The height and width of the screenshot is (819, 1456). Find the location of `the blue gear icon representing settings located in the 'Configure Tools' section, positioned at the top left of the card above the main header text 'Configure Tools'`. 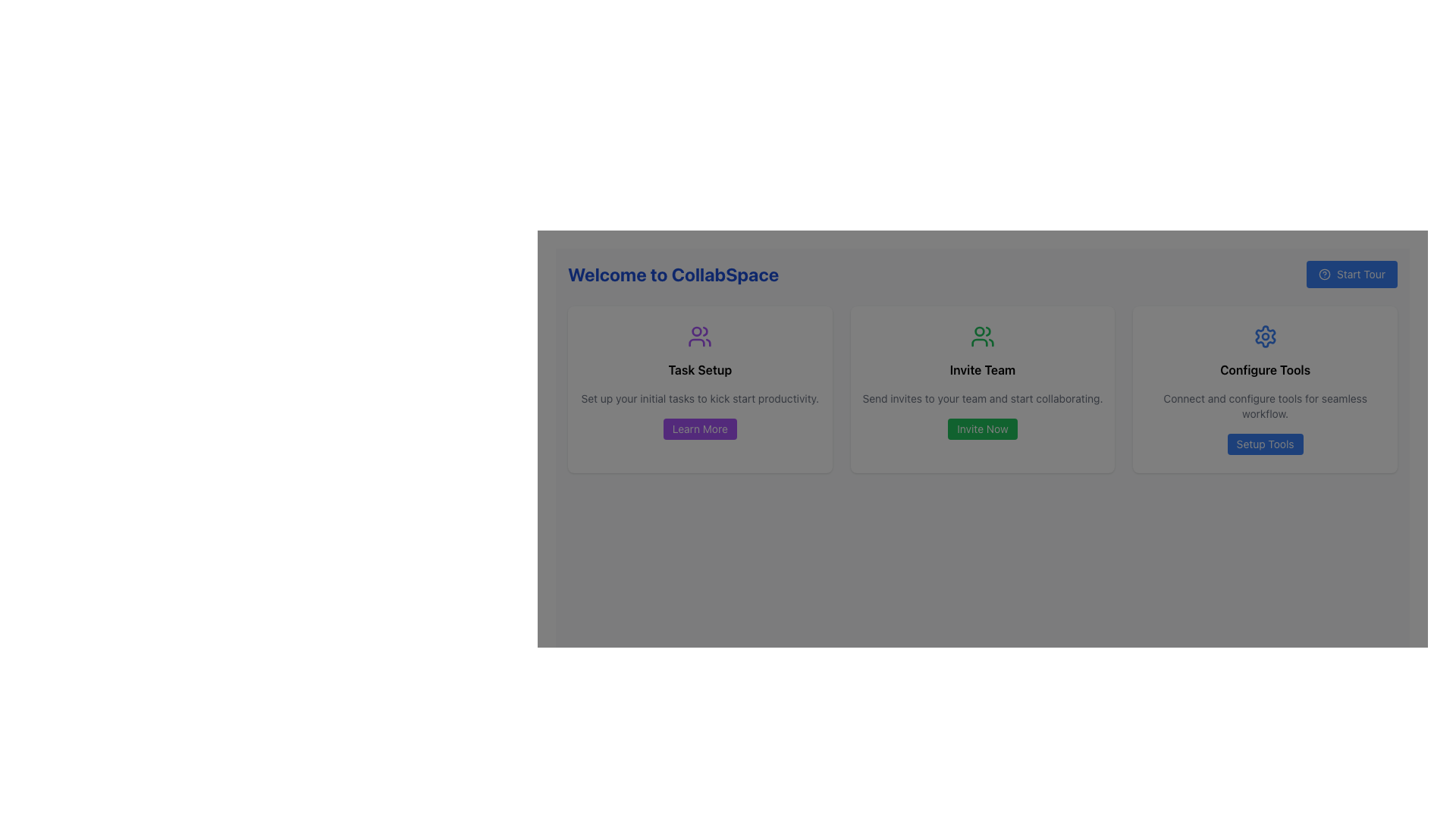

the blue gear icon representing settings located in the 'Configure Tools' section, positioned at the top left of the card above the main header text 'Configure Tools' is located at coordinates (1265, 335).